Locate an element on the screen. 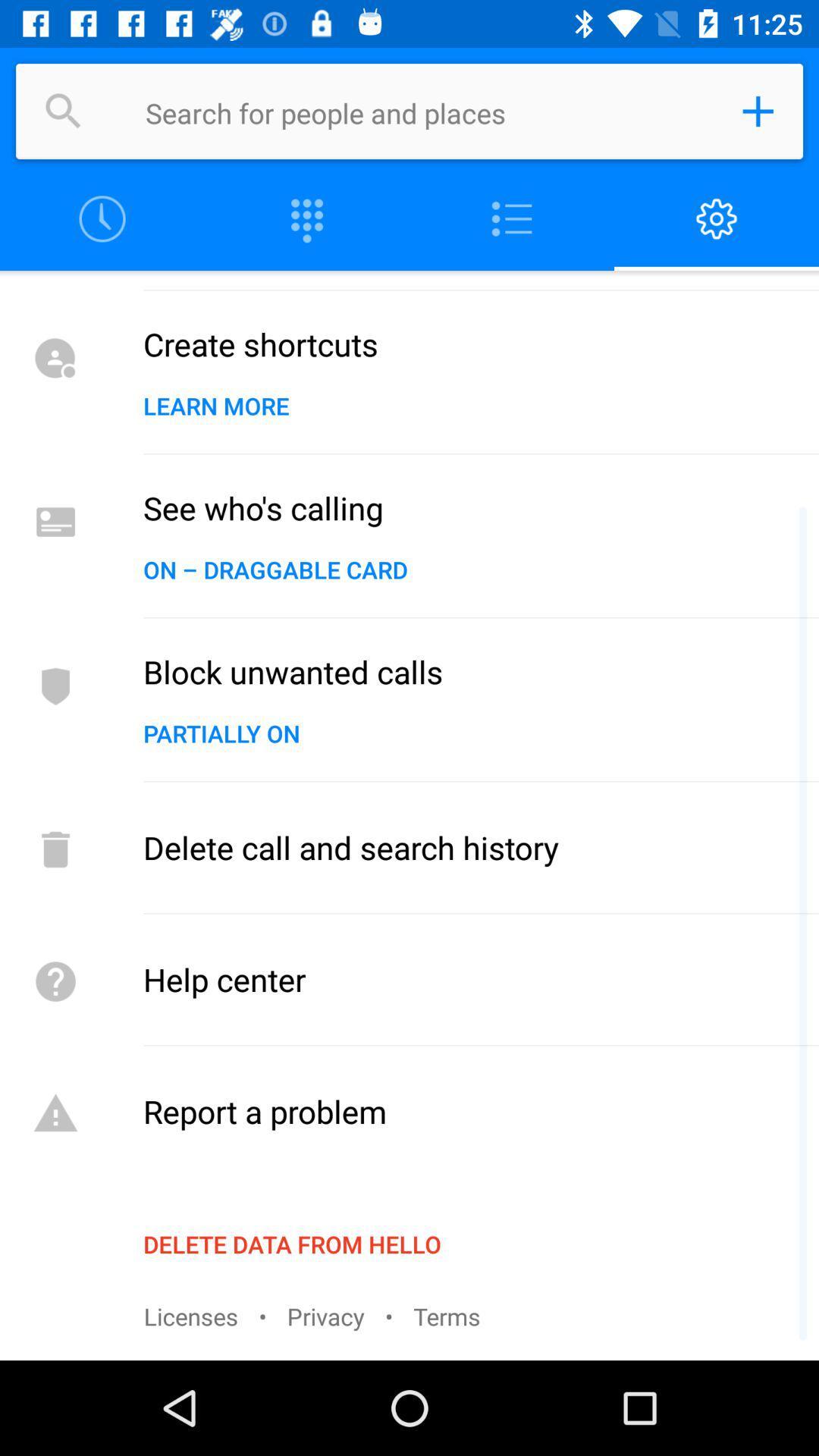  switch to main category menu is located at coordinates (512, 218).